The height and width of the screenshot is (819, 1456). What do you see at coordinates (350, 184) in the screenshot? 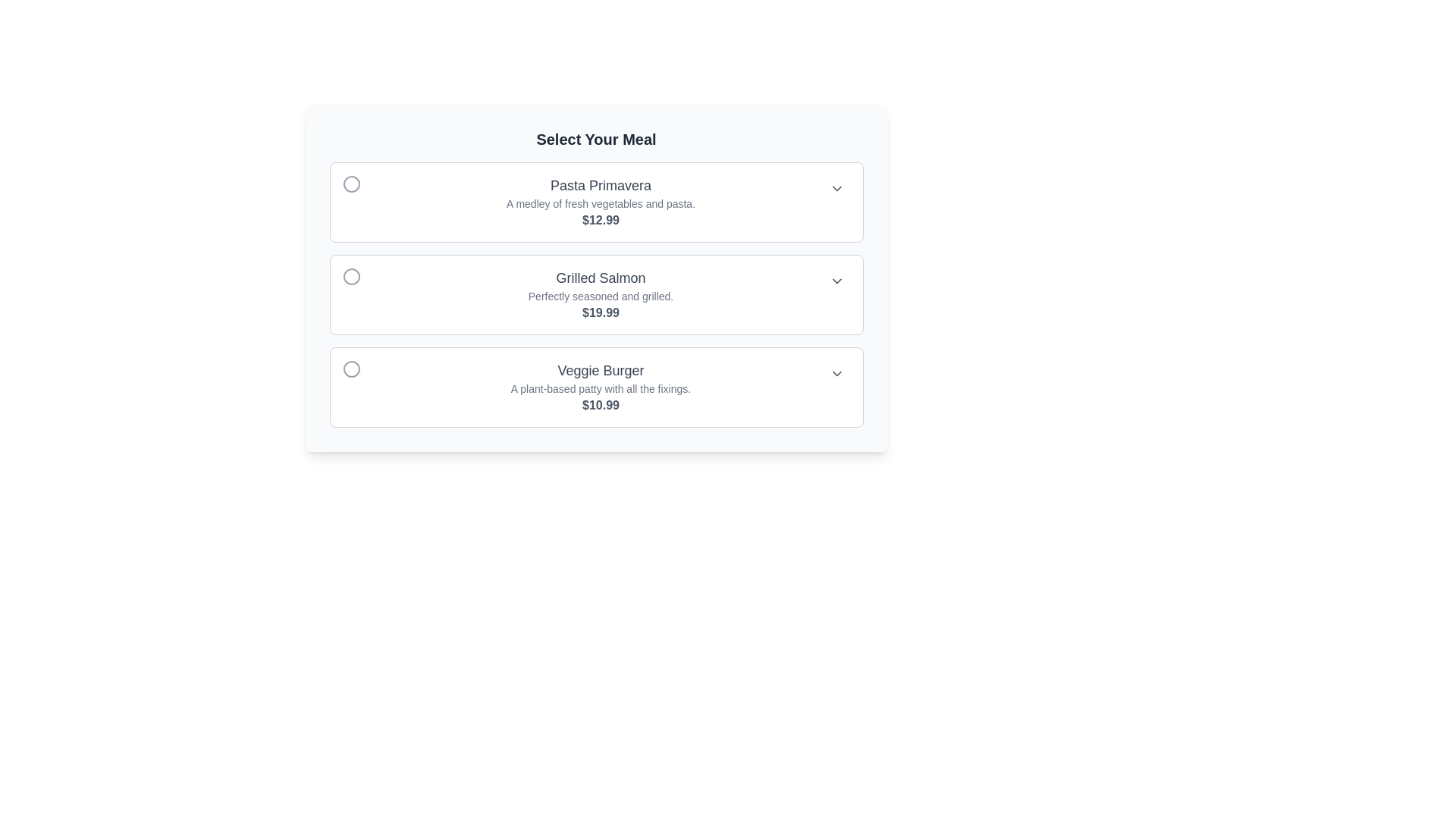
I see `the radio button` at bounding box center [350, 184].